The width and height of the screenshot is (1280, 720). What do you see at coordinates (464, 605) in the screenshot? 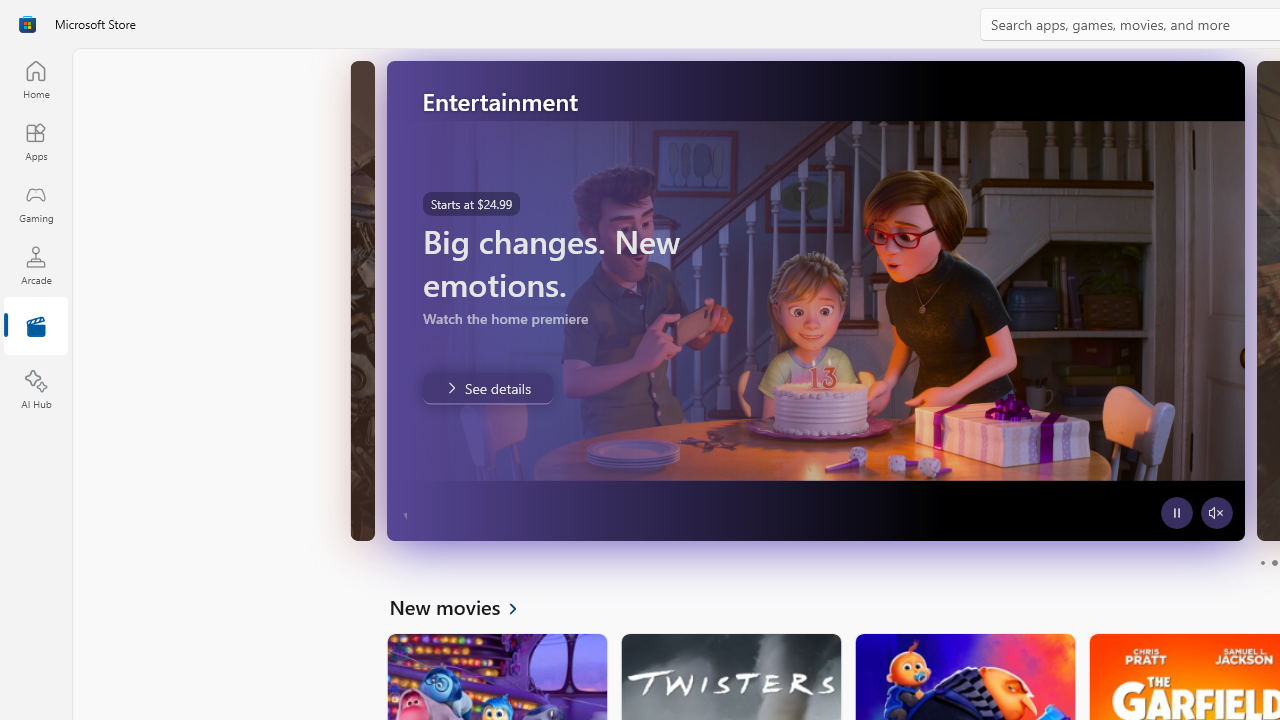
I see `'See all  New movies'` at bounding box center [464, 605].